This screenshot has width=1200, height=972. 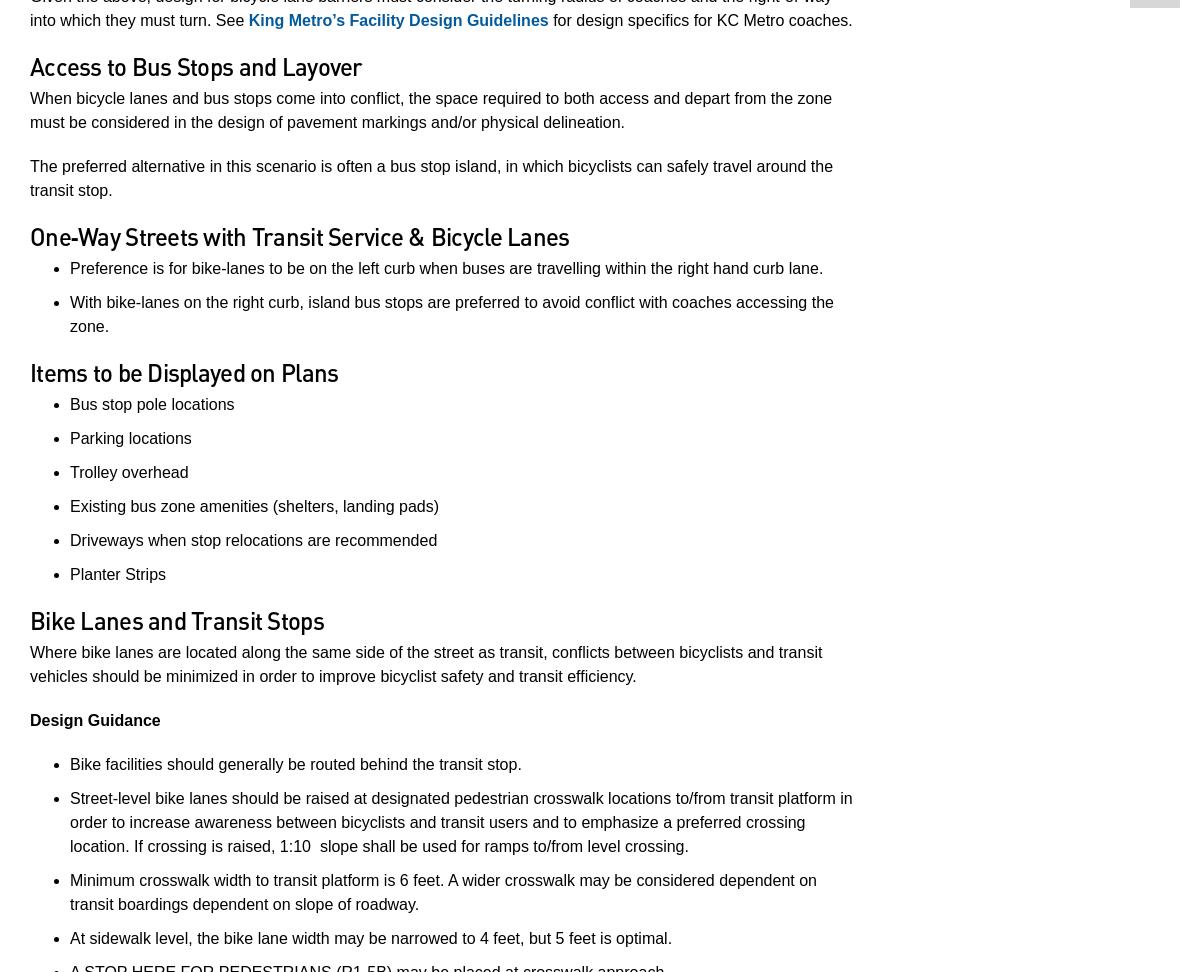 I want to click on 'Minimum crosswalk width to transit platform is 6 feet. A wider crosswalk may be considered dependent on transit boardings dependent on slope of roadway.', so click(x=443, y=891).